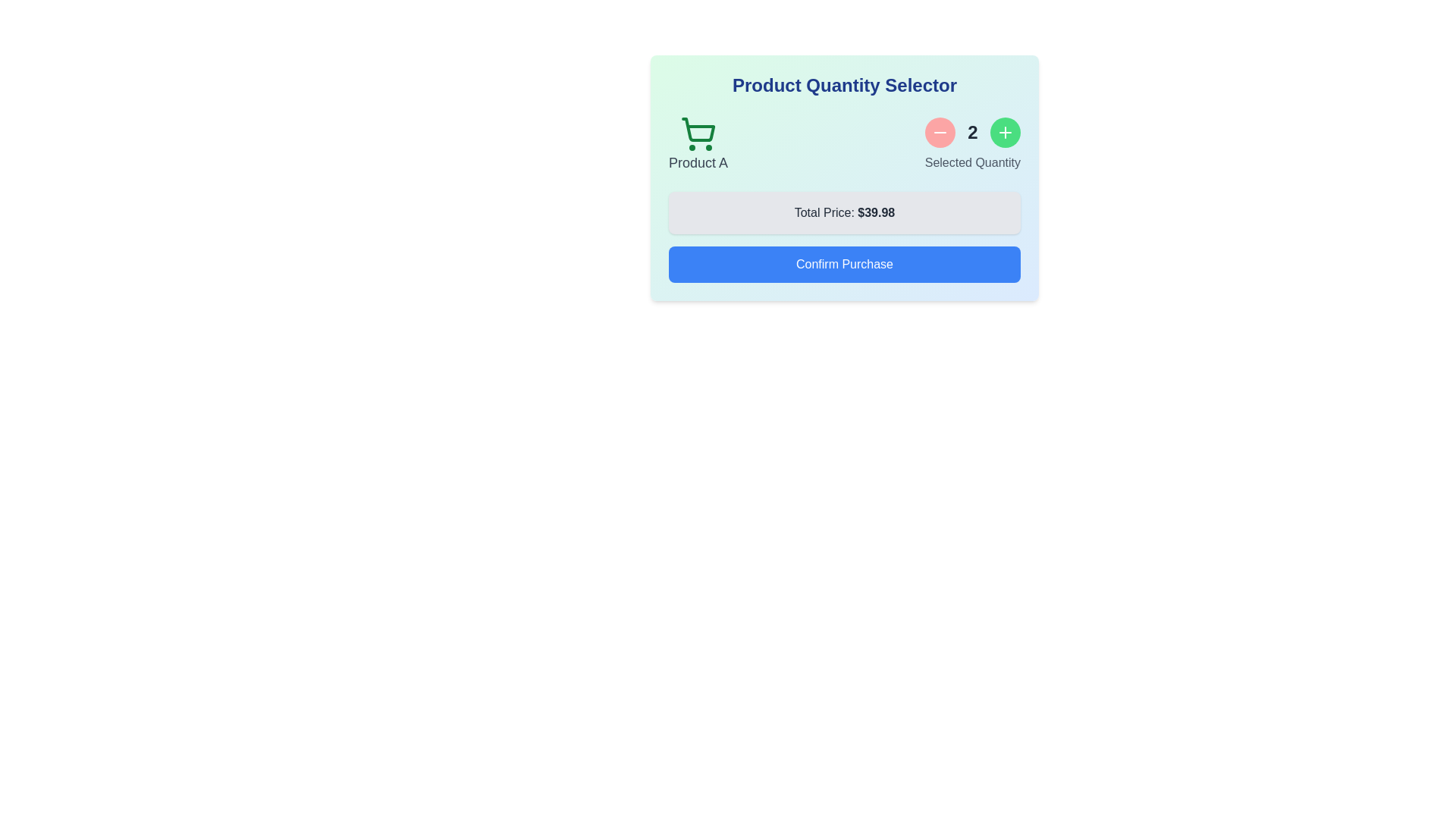  What do you see at coordinates (843, 263) in the screenshot?
I see `the 'Confirm Purchase' button to proceed with the purchase` at bounding box center [843, 263].